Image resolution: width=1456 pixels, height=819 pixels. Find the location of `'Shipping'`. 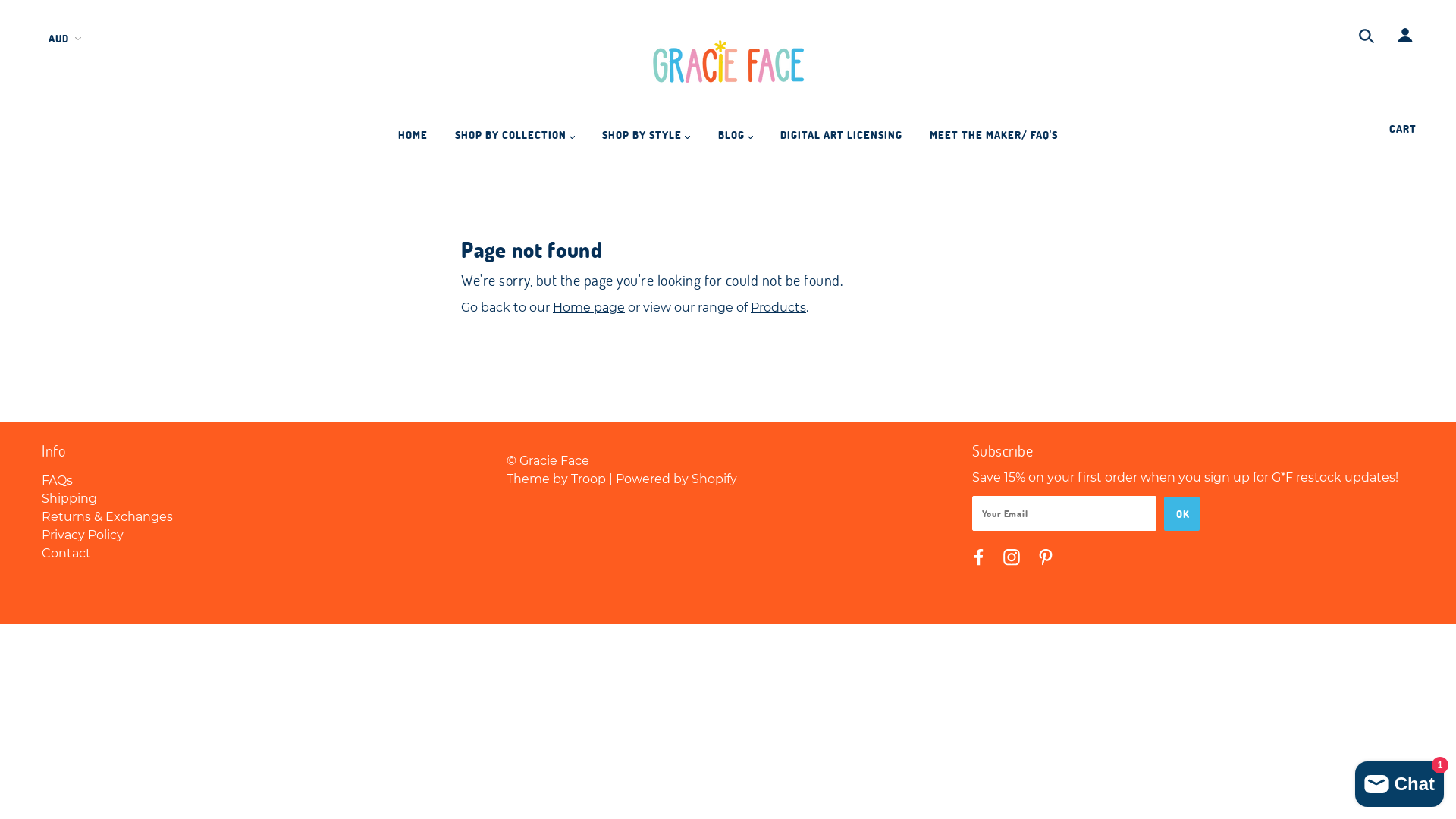

'Shipping' is located at coordinates (68, 498).